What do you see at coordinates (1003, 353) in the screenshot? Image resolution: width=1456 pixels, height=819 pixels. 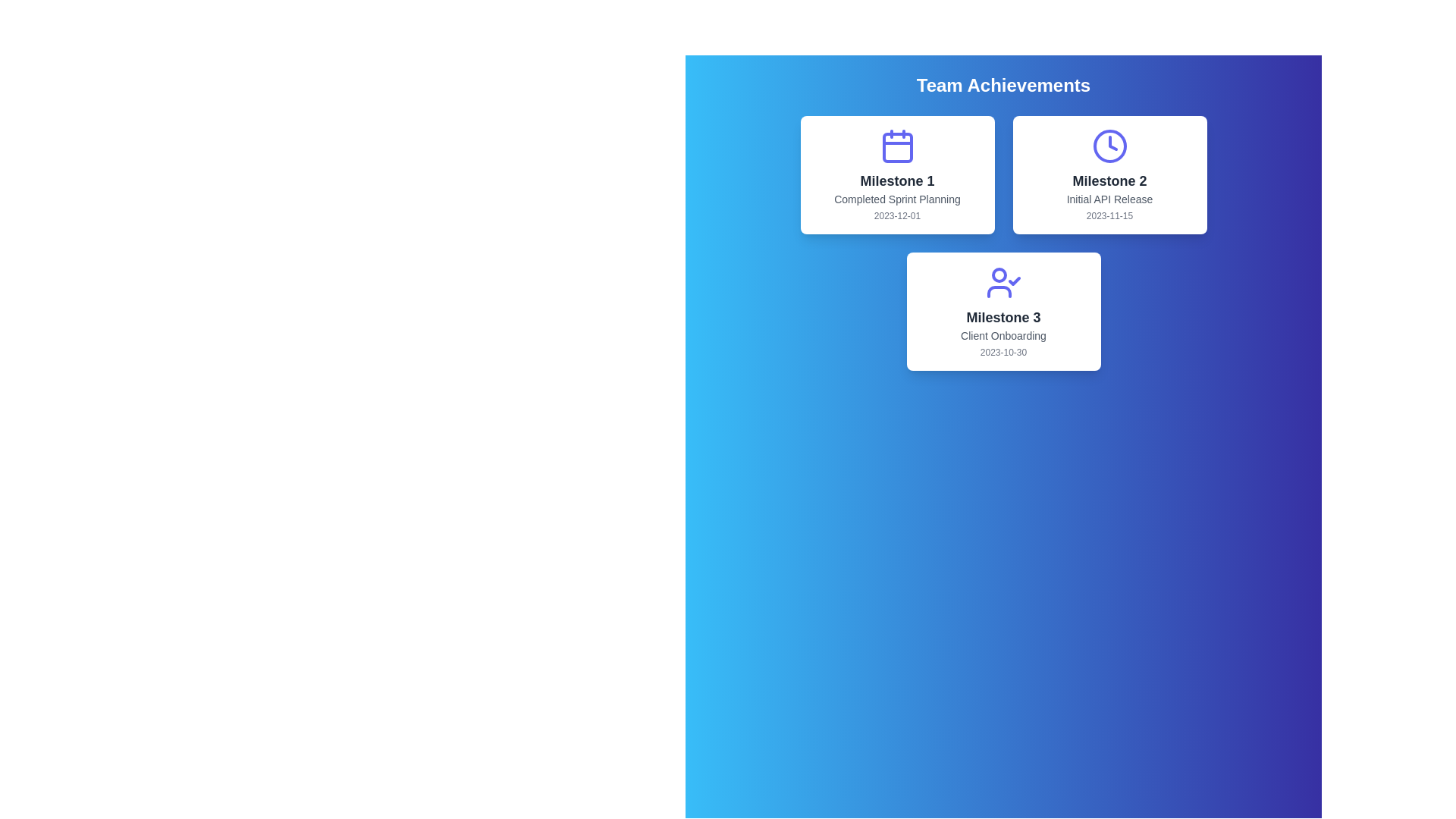 I see `the text label displaying the date '2023-10-30', which is positioned below 'Client Onboarding' within the white, rounded-corner card for 'Milestone 3'` at bounding box center [1003, 353].